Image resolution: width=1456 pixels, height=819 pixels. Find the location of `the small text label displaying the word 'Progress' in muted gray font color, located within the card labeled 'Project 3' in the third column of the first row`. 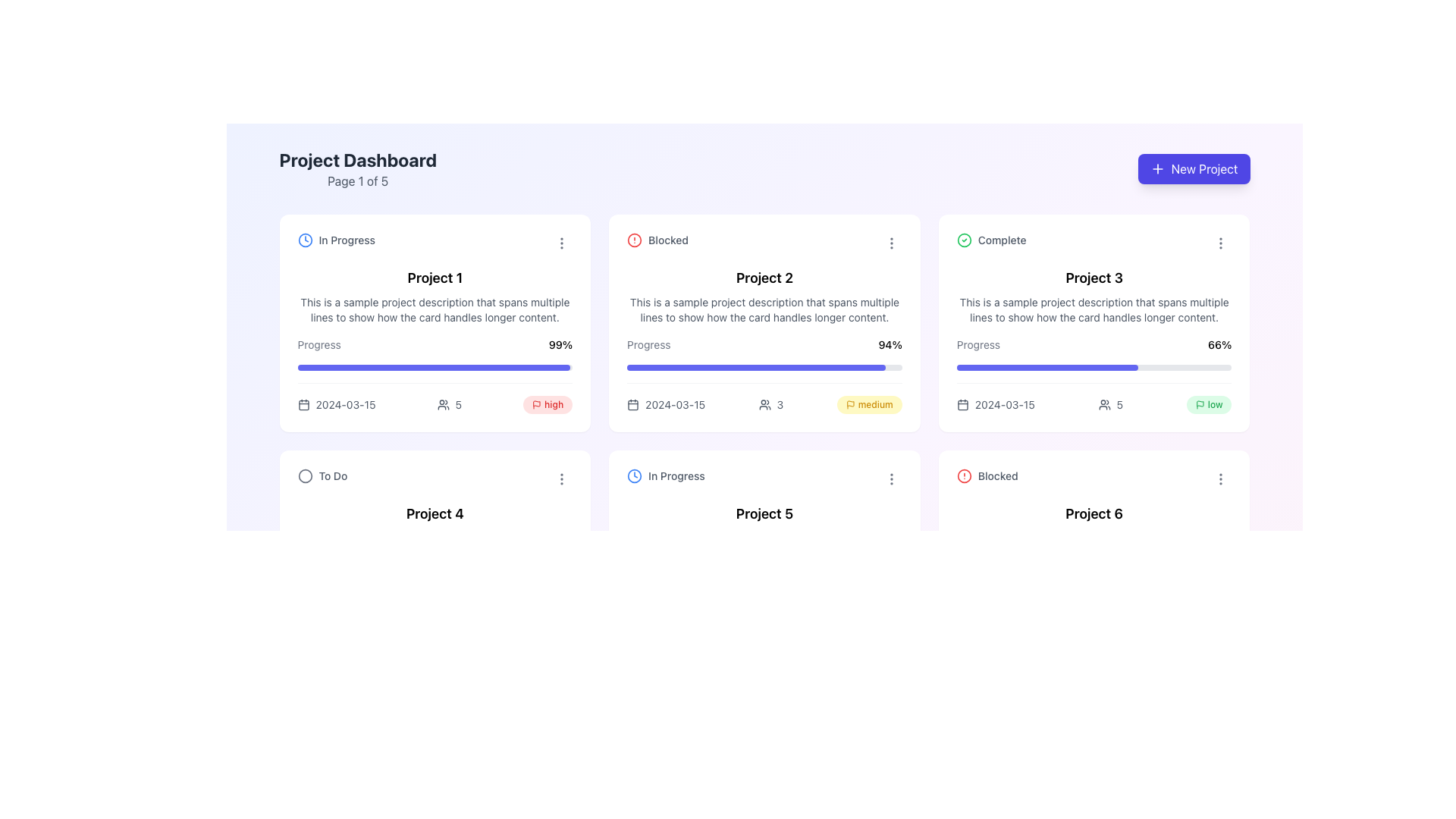

the small text label displaying the word 'Progress' in muted gray font color, located within the card labeled 'Project 3' in the third column of the first row is located at coordinates (978, 345).